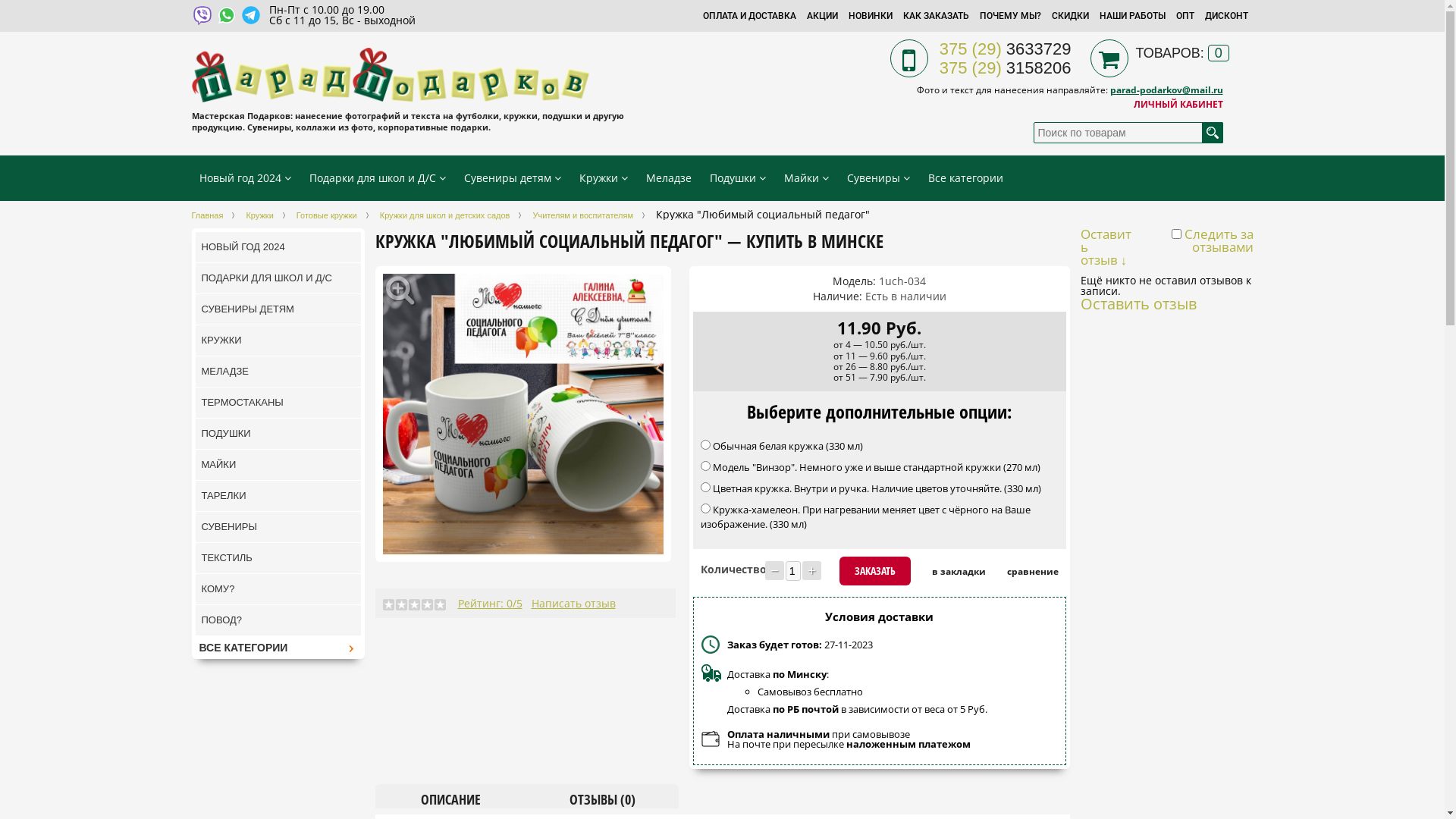 This screenshot has height=819, width=1456. What do you see at coordinates (1005, 48) in the screenshot?
I see `'375 (29) 3633729'` at bounding box center [1005, 48].